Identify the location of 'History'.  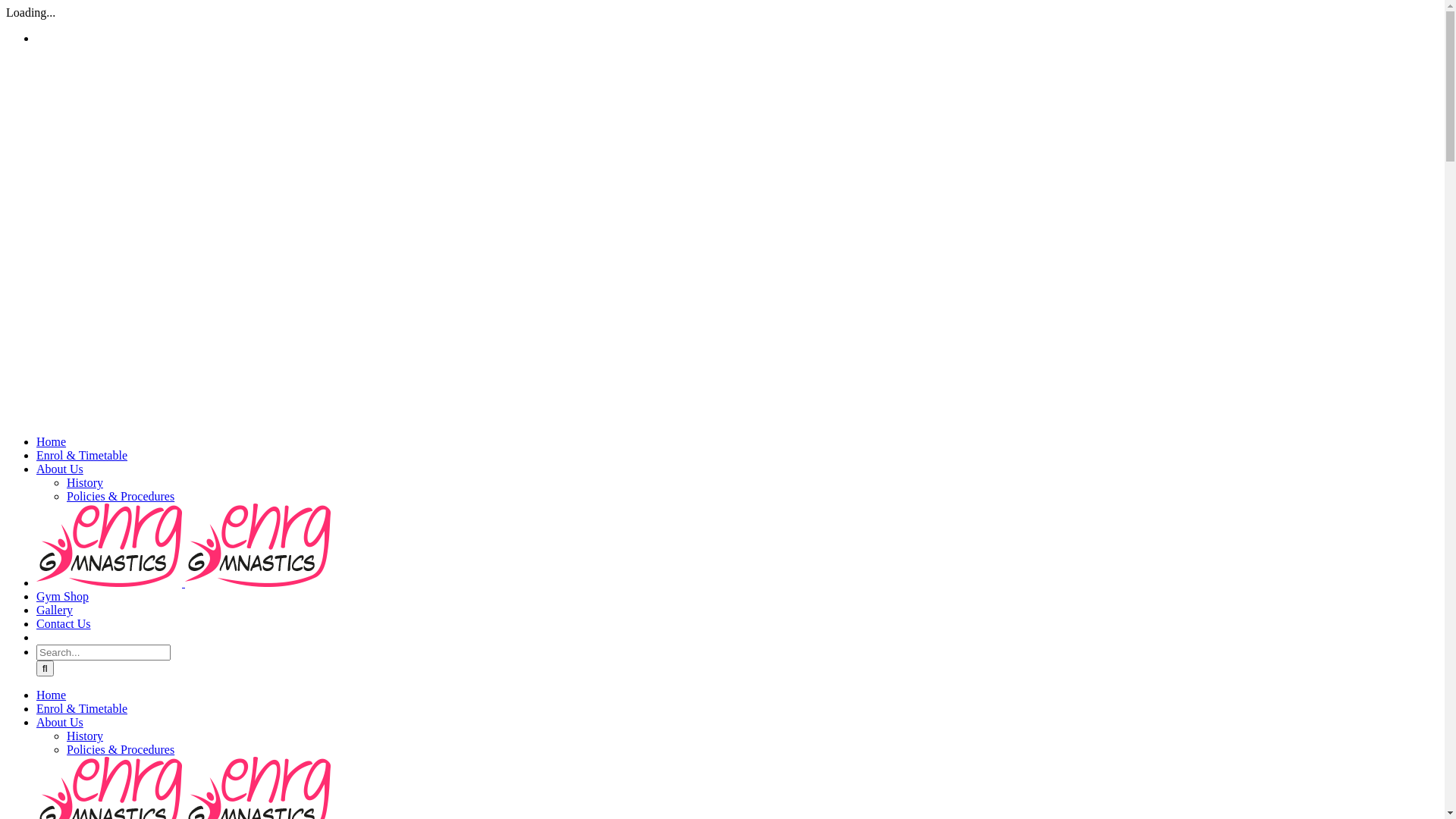
(83, 482).